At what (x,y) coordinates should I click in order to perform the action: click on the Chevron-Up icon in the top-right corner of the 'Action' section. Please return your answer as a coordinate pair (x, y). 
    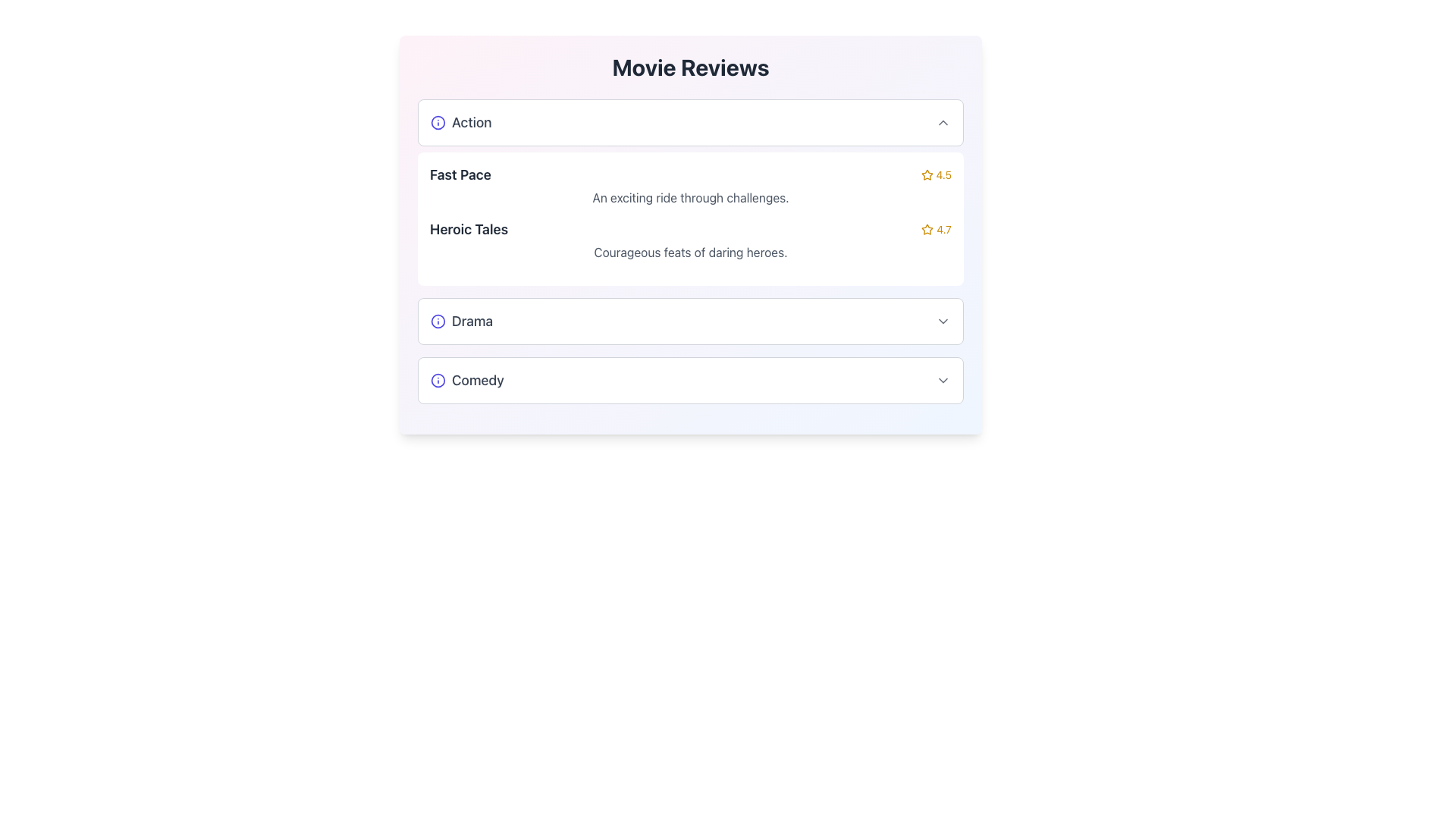
    Looking at the image, I should click on (942, 122).